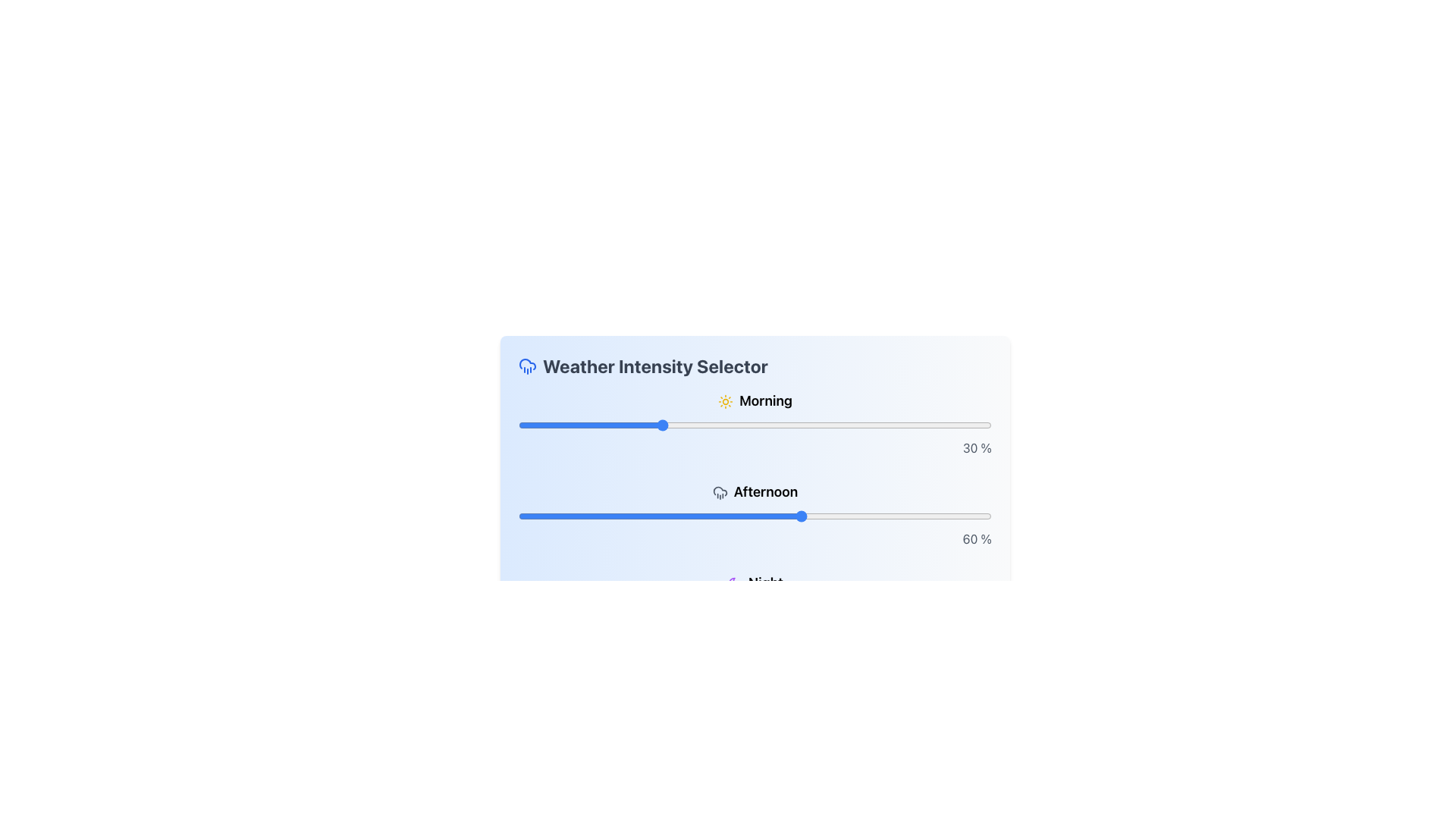  What do you see at coordinates (679, 425) in the screenshot?
I see `the morning weather intensity` at bounding box center [679, 425].